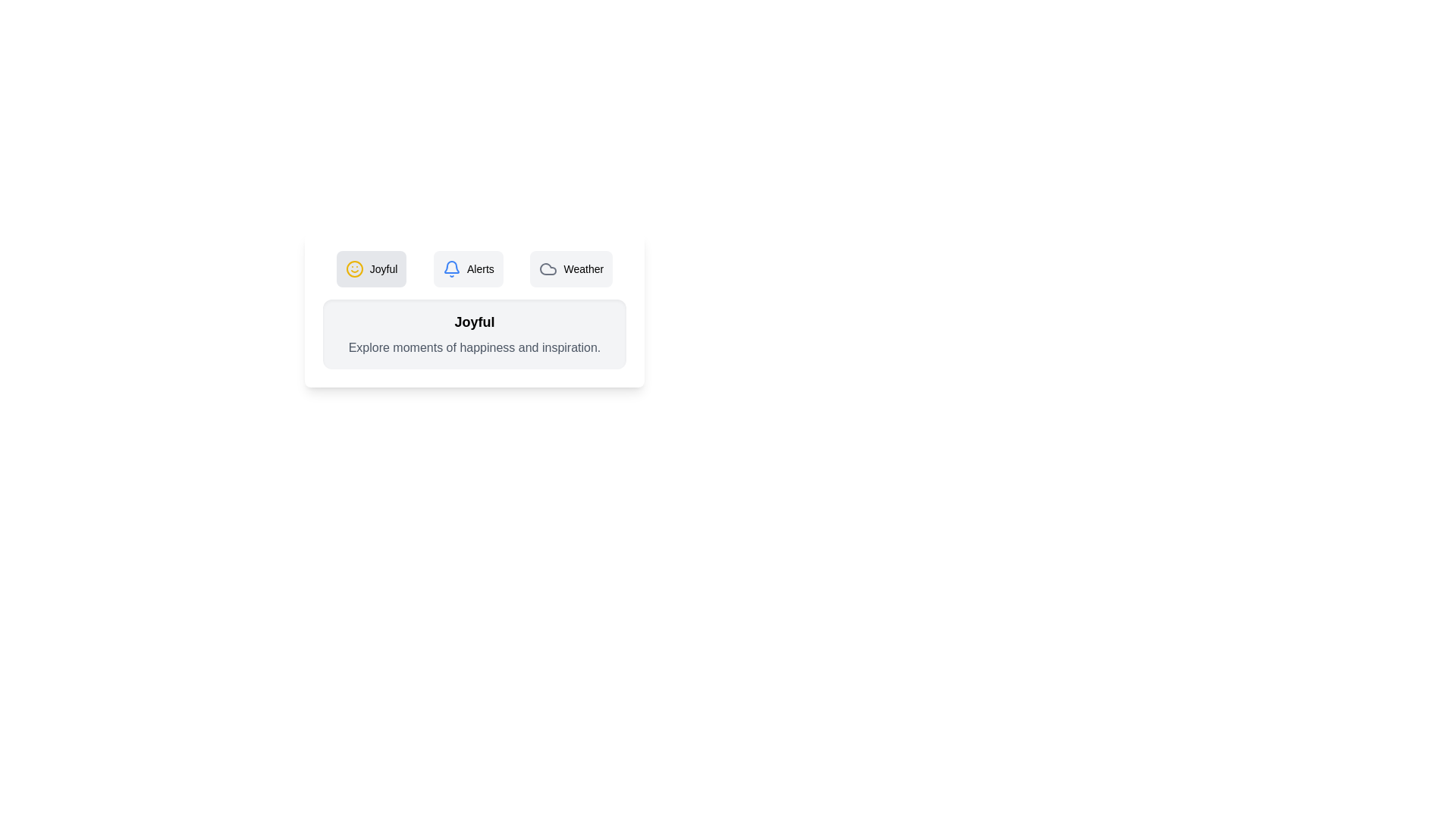 This screenshot has height=819, width=1456. I want to click on the text in the content area to select it, so click(473, 333).